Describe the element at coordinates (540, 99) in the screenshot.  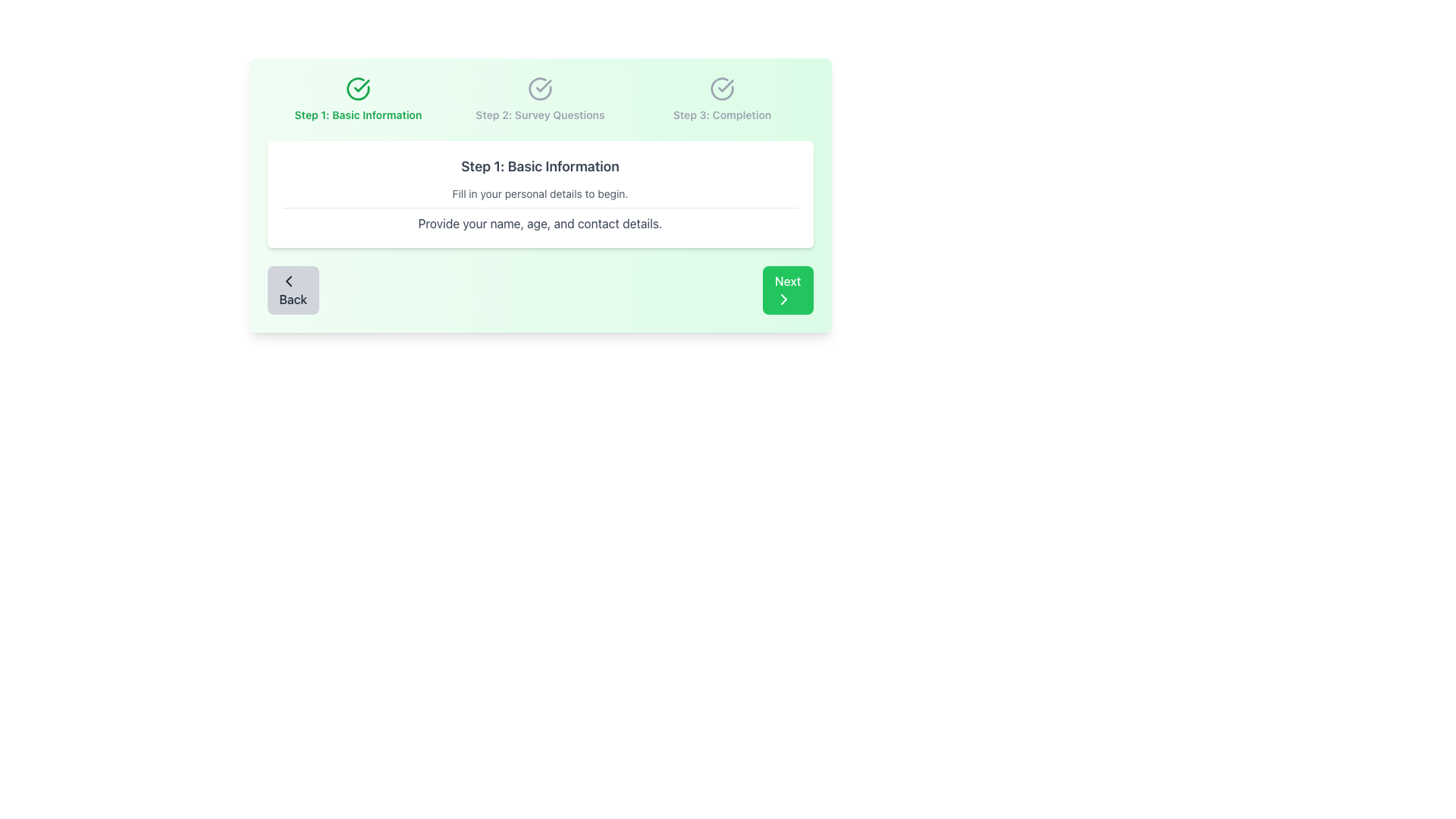
I see `the text label reading 'Step 2: Survey Questions', which is styled in gray and located in the progress indicator section of the interface` at that location.